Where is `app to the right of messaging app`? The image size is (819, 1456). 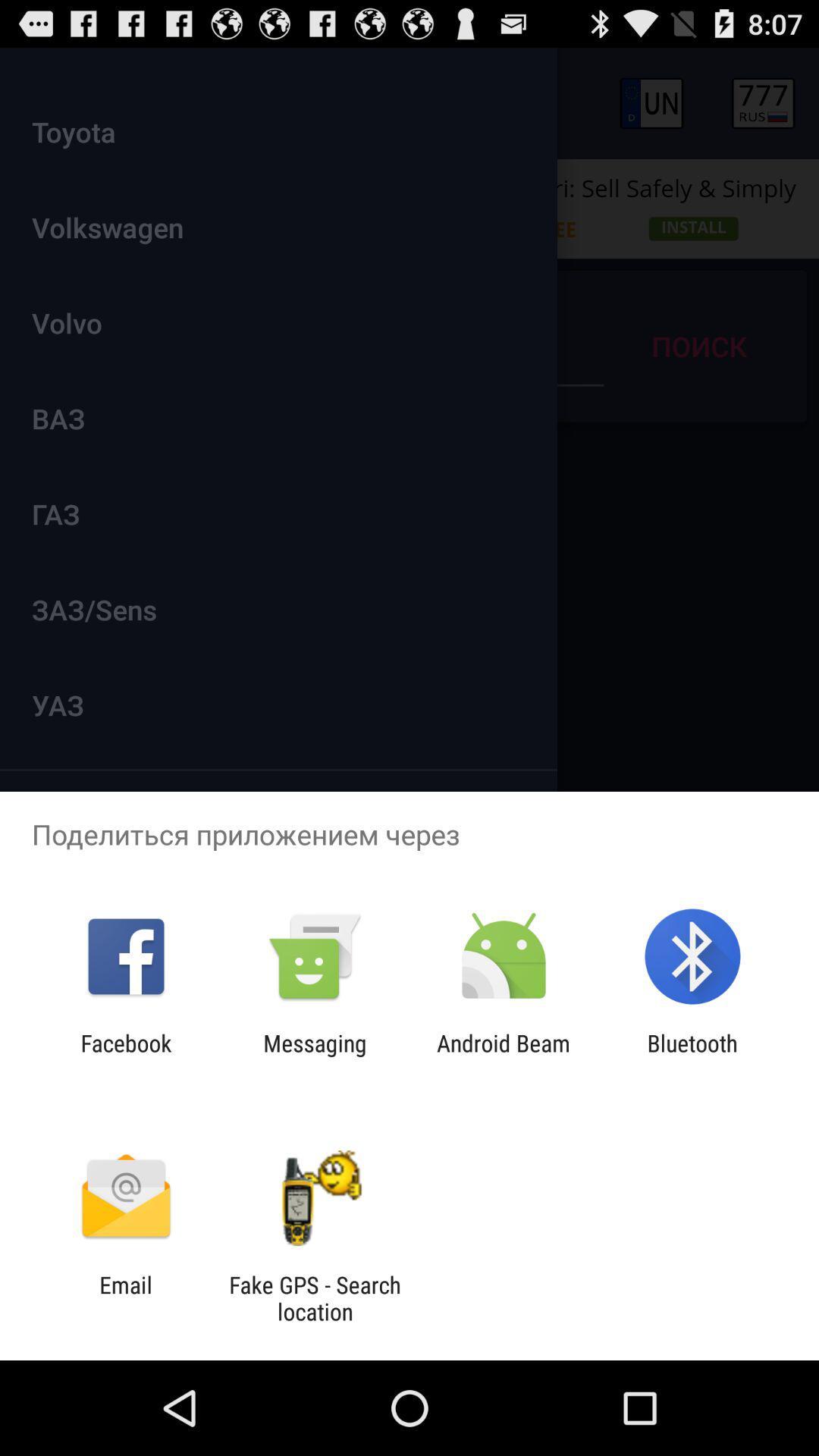
app to the right of messaging app is located at coordinates (504, 1056).